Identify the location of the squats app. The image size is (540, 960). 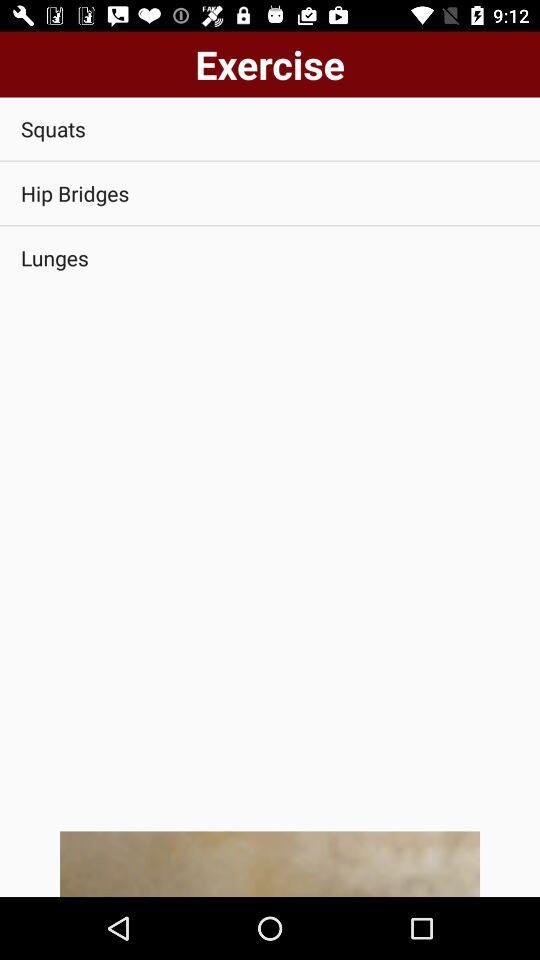
(270, 128).